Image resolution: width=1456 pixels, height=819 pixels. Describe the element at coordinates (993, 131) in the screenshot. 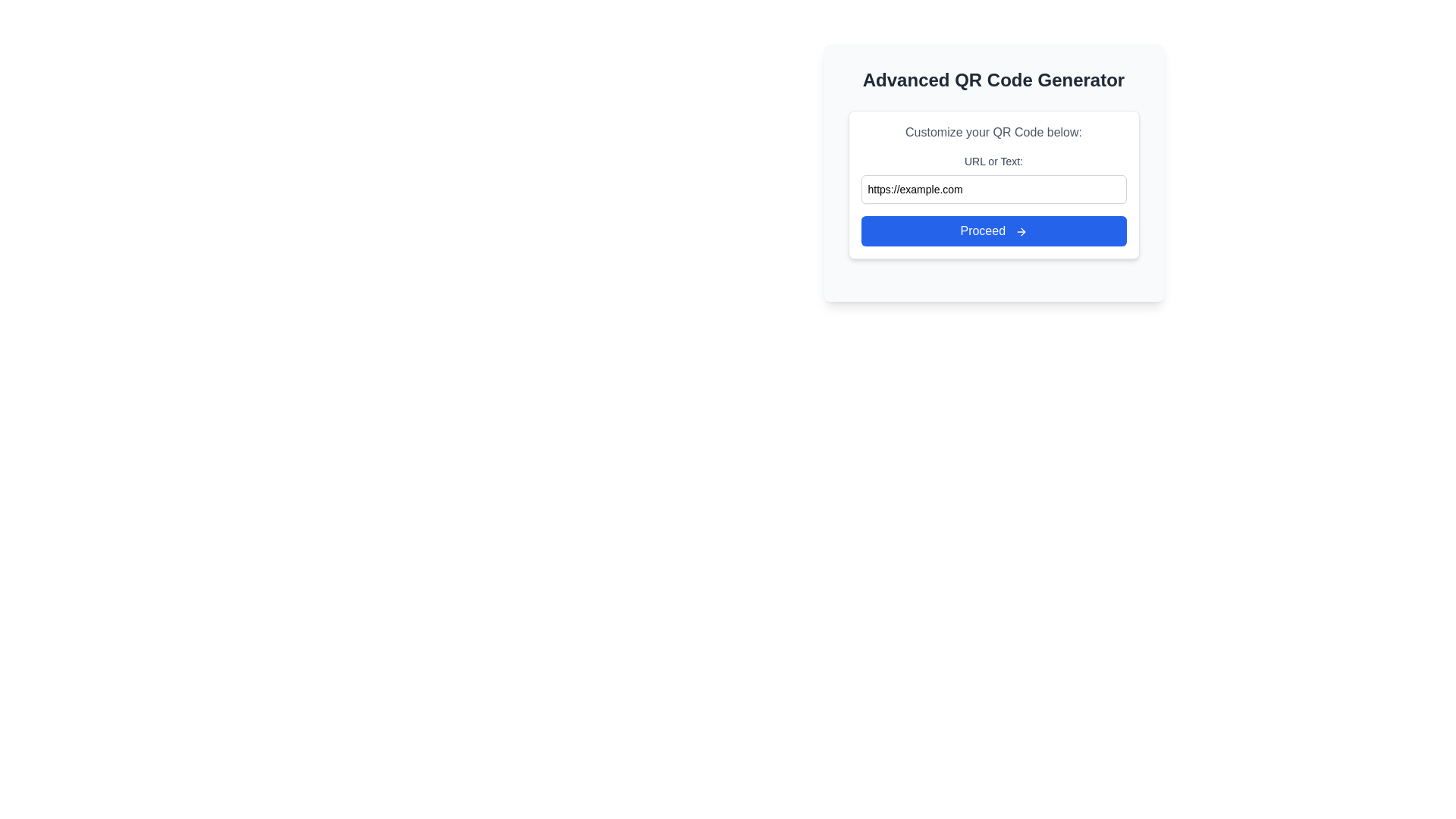

I see `the instructional text label that reads 'Customize your QR Code below:', which is centered at the top of the white card` at that location.